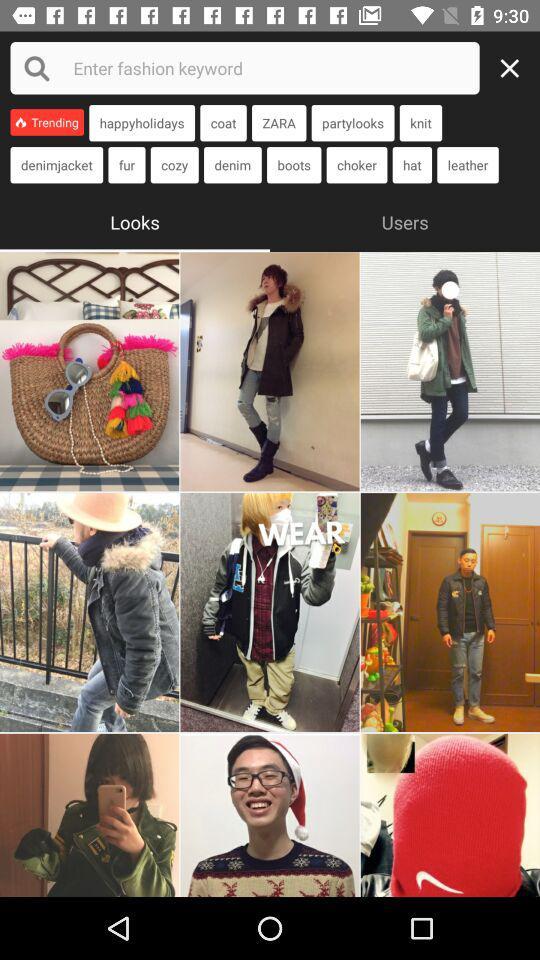 Image resolution: width=540 pixels, height=960 pixels. What do you see at coordinates (270, 815) in the screenshot?
I see `open picture` at bounding box center [270, 815].